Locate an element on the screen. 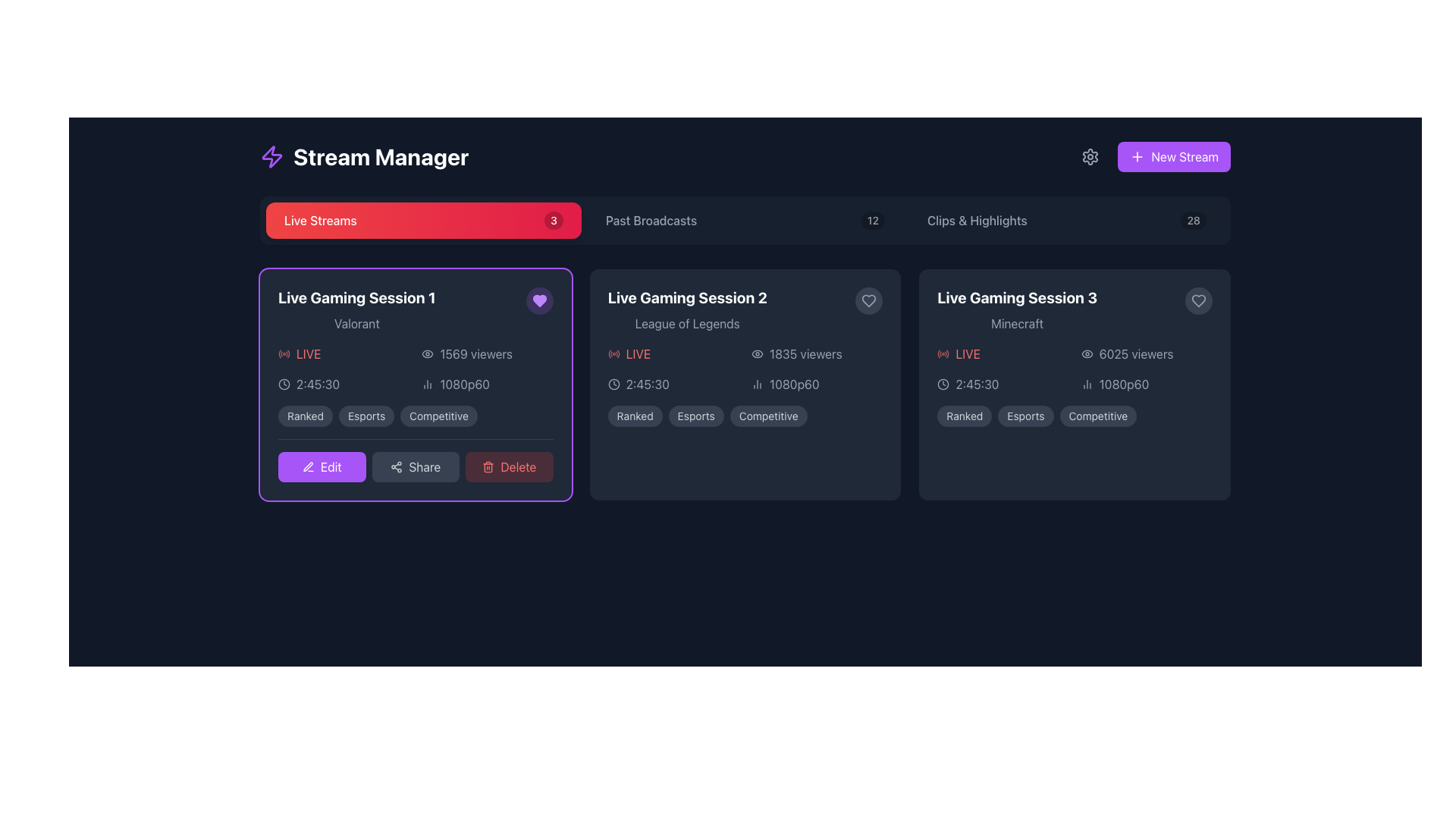  the 'LIVE' text label, which is styled in red color and indicates an active status, located within the 'Live Gaming Session 2' card is located at coordinates (638, 353).